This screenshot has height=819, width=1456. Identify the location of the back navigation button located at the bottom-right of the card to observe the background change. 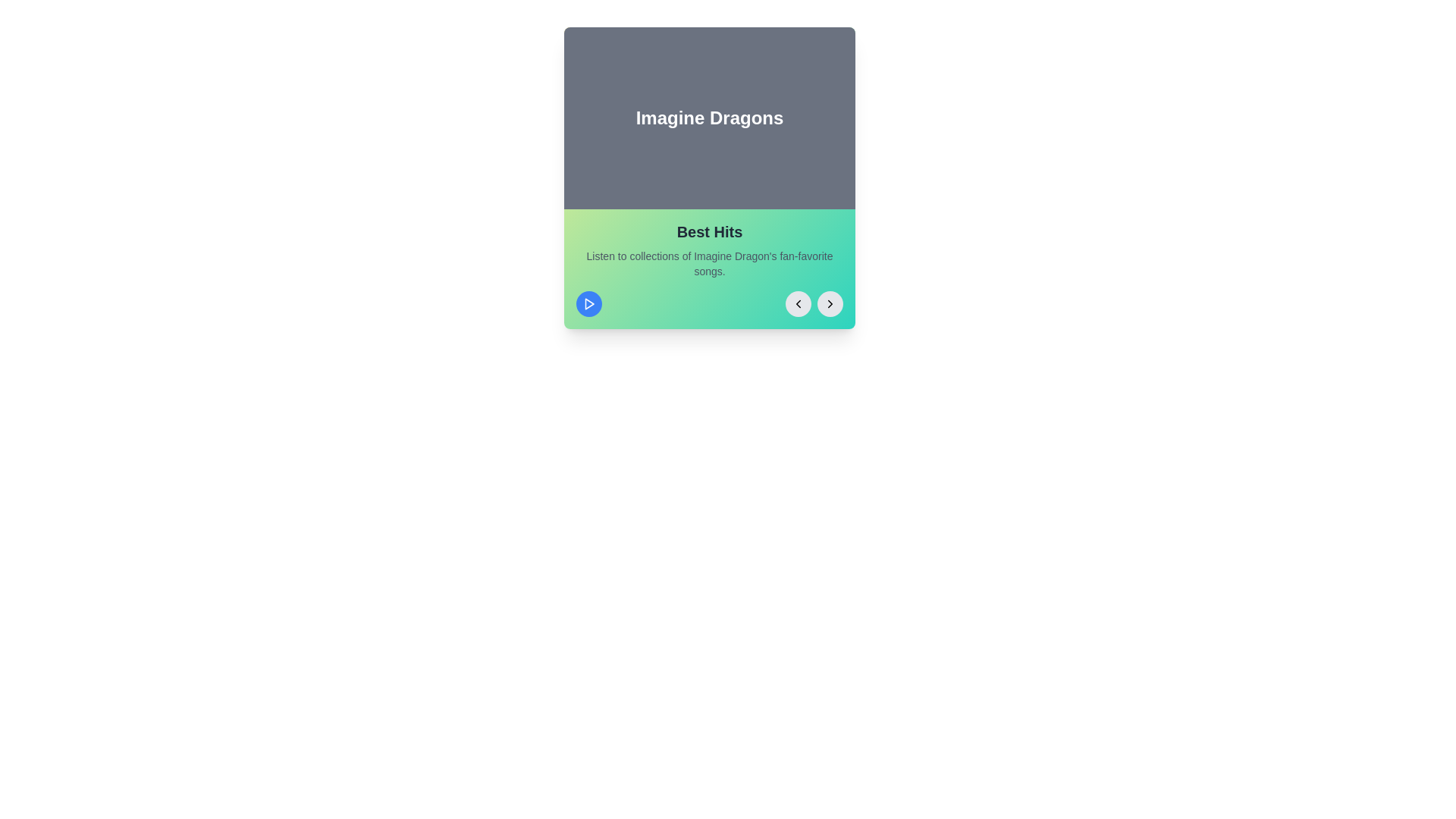
(797, 304).